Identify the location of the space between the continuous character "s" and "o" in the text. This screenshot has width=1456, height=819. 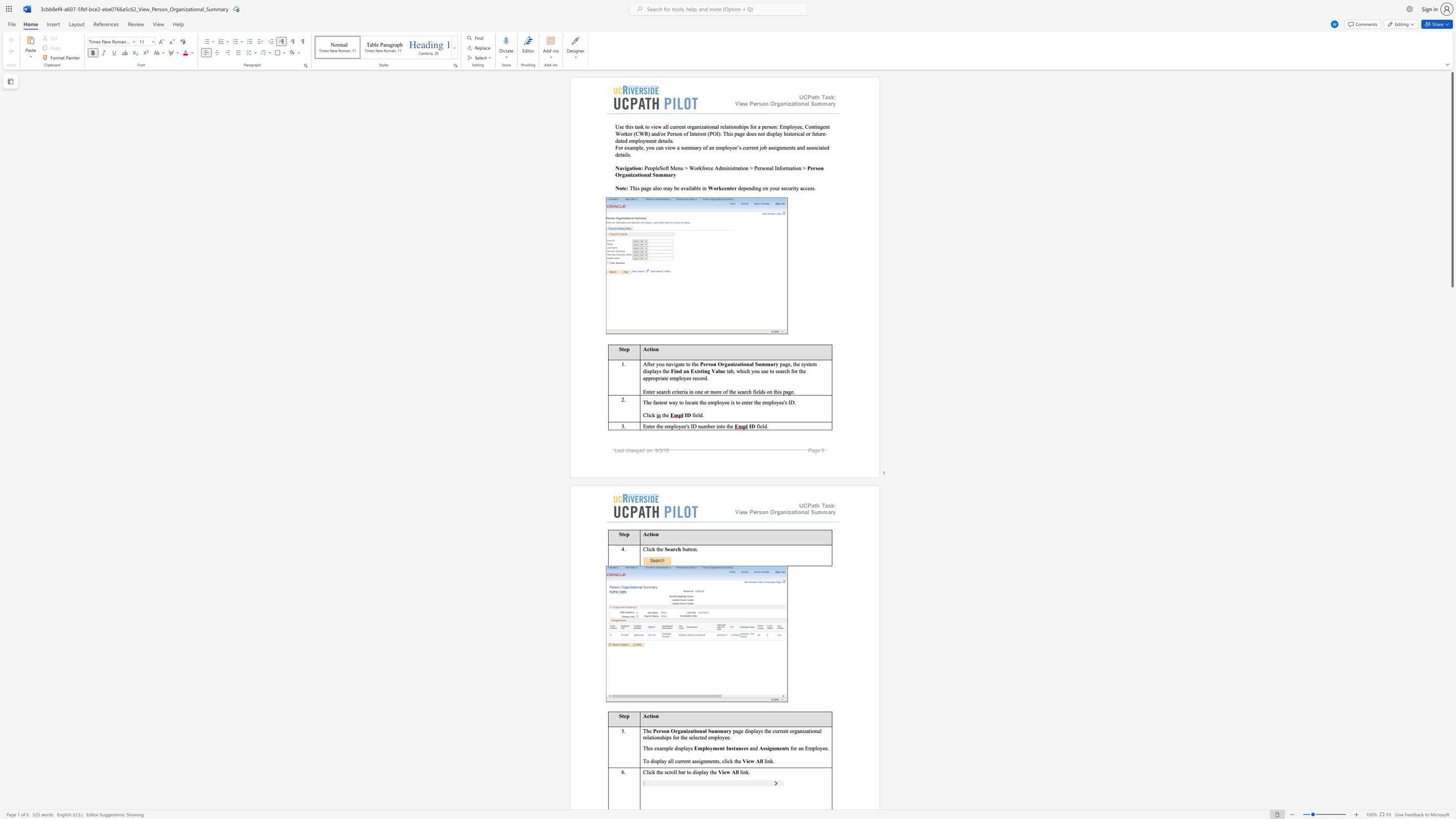
(658, 188).